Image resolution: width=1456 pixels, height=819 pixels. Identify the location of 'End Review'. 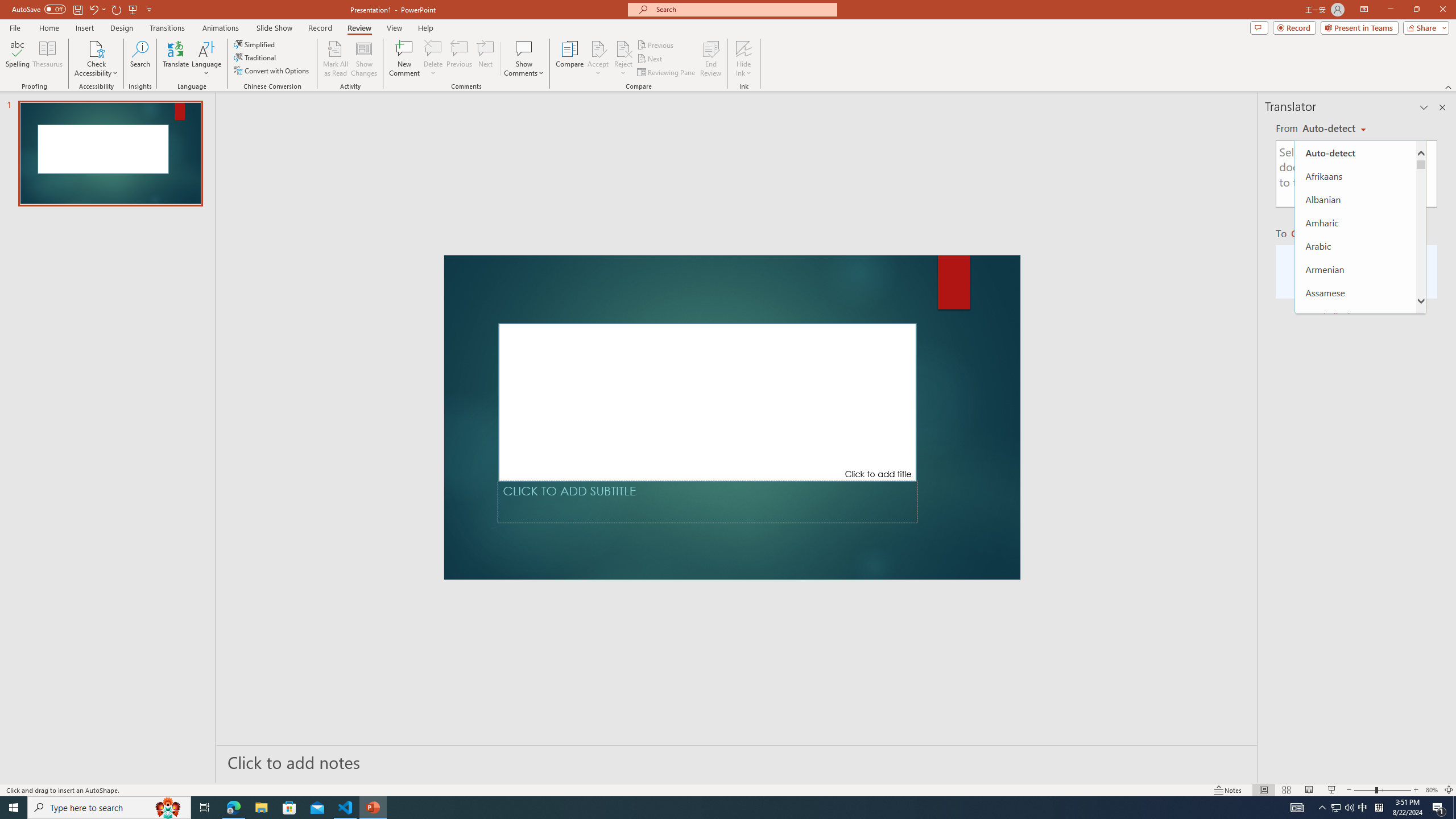
(710, 59).